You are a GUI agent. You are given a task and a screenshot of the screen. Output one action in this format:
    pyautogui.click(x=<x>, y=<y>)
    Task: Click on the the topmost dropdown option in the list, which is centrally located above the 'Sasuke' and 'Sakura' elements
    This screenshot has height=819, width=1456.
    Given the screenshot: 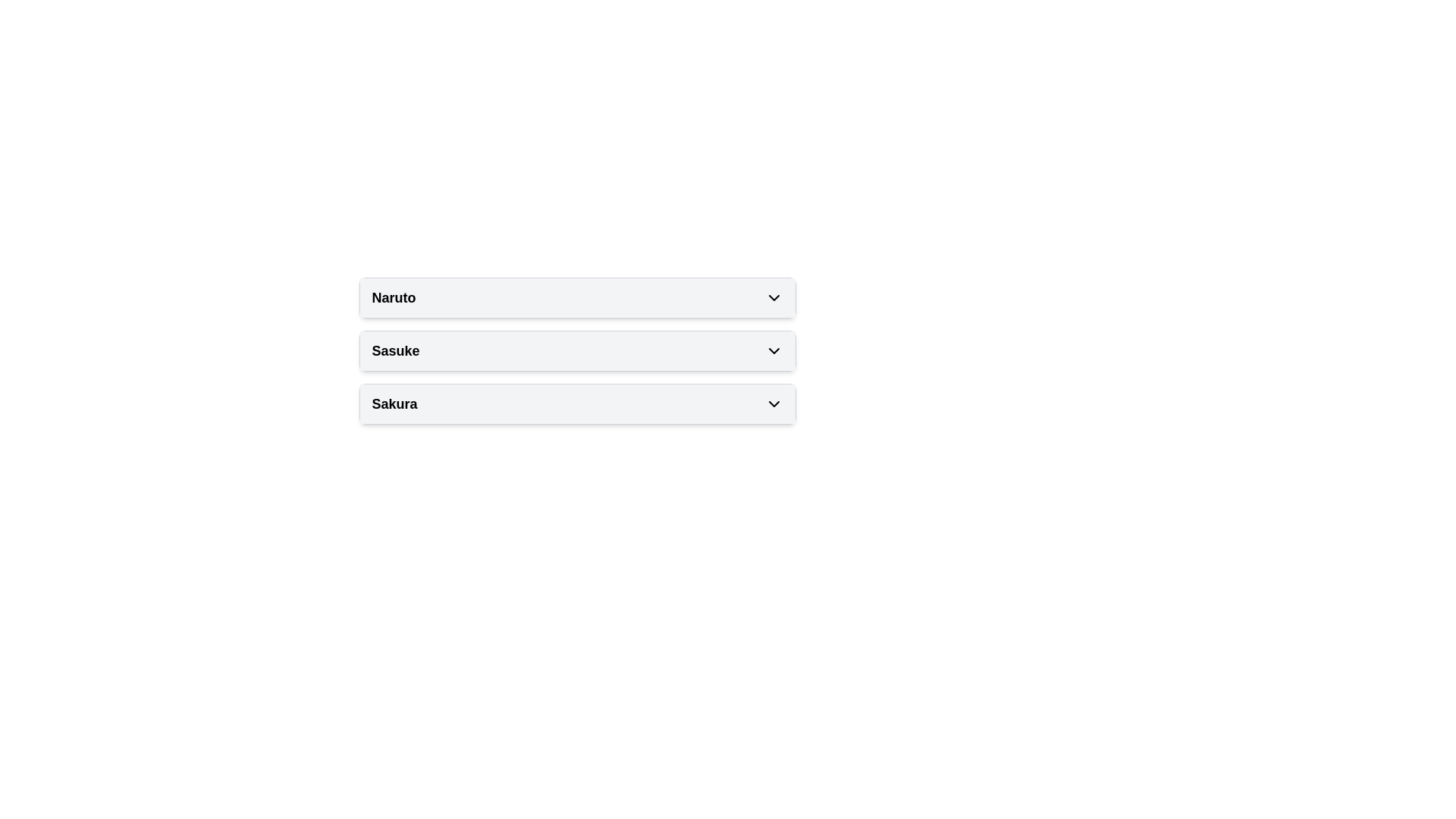 What is the action you would take?
    pyautogui.click(x=576, y=298)
    